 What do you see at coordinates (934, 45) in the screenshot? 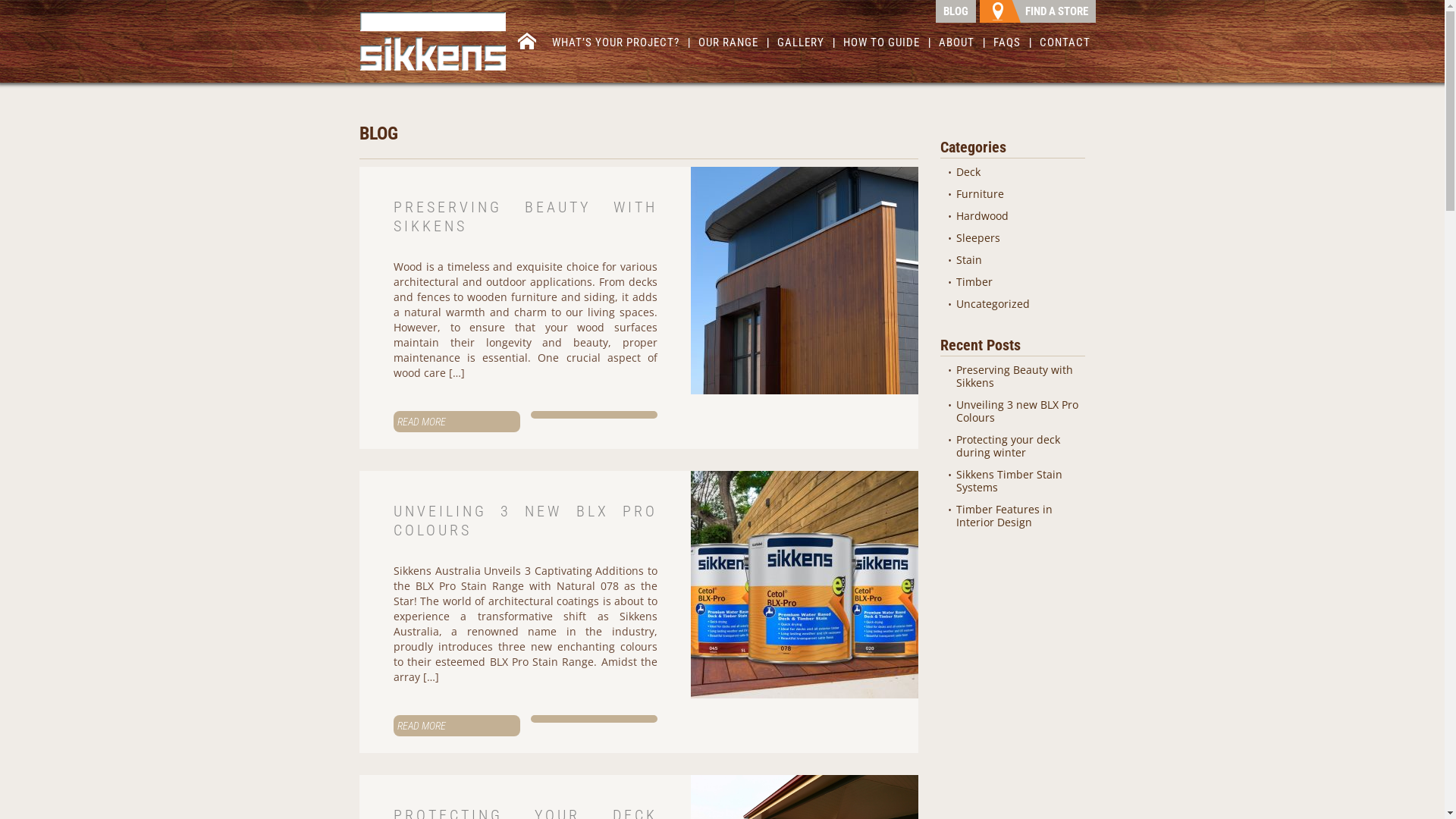
I see `'ABOUT'` at bounding box center [934, 45].